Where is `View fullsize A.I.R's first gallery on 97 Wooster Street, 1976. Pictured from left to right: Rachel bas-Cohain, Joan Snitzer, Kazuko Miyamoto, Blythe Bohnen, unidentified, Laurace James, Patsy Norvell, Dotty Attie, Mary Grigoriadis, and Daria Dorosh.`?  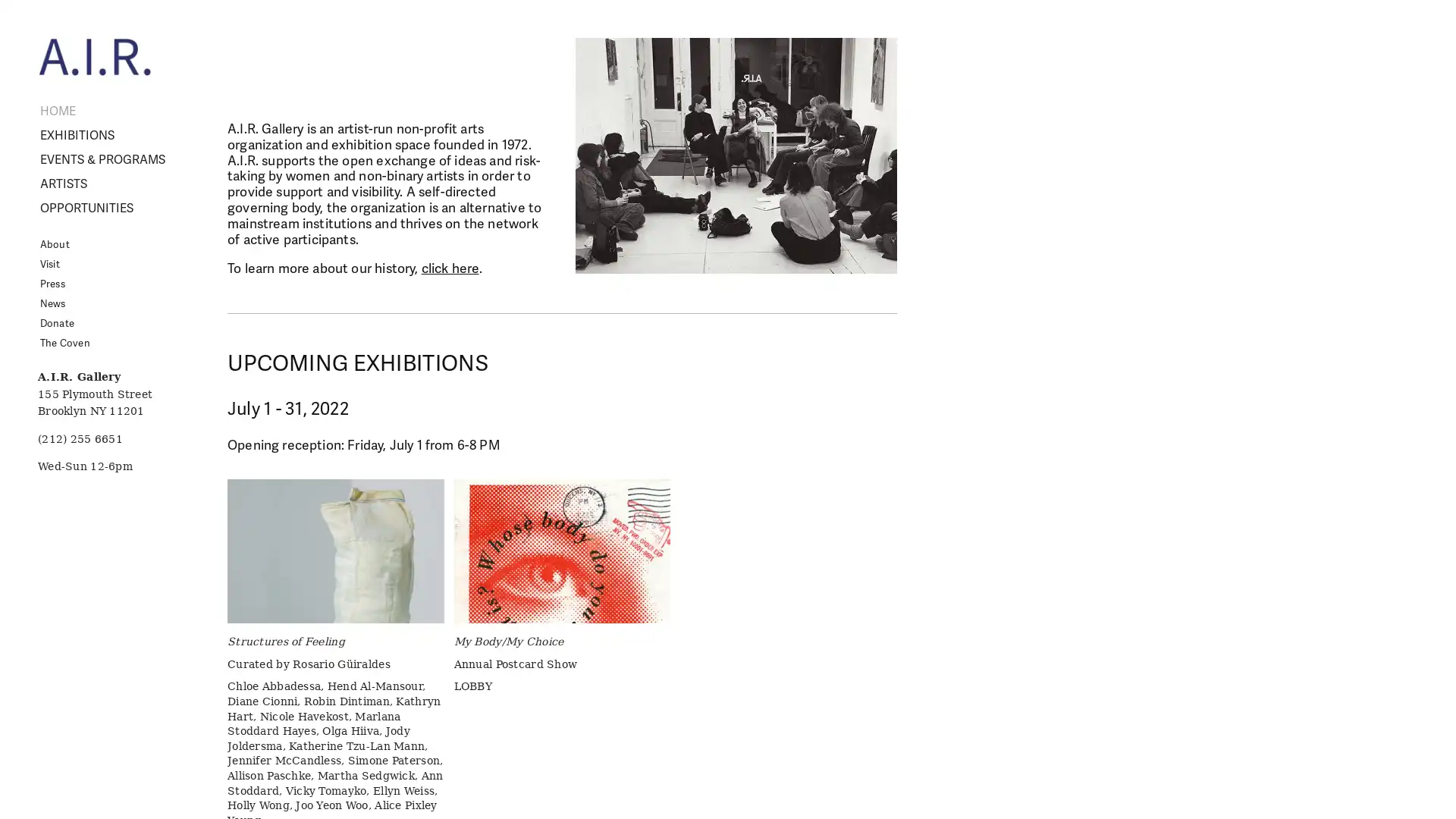 View fullsize A.I.R's first gallery on 97 Wooster Street, 1976. Pictured from left to right: Rachel bas-Cohain, Joan Snitzer, Kazuko Miyamoto, Blythe Bohnen, unidentified, Laurace James, Patsy Norvell, Dotty Attie, Mary Grigoriadis, and Daria Dorosh. is located at coordinates (736, 155).